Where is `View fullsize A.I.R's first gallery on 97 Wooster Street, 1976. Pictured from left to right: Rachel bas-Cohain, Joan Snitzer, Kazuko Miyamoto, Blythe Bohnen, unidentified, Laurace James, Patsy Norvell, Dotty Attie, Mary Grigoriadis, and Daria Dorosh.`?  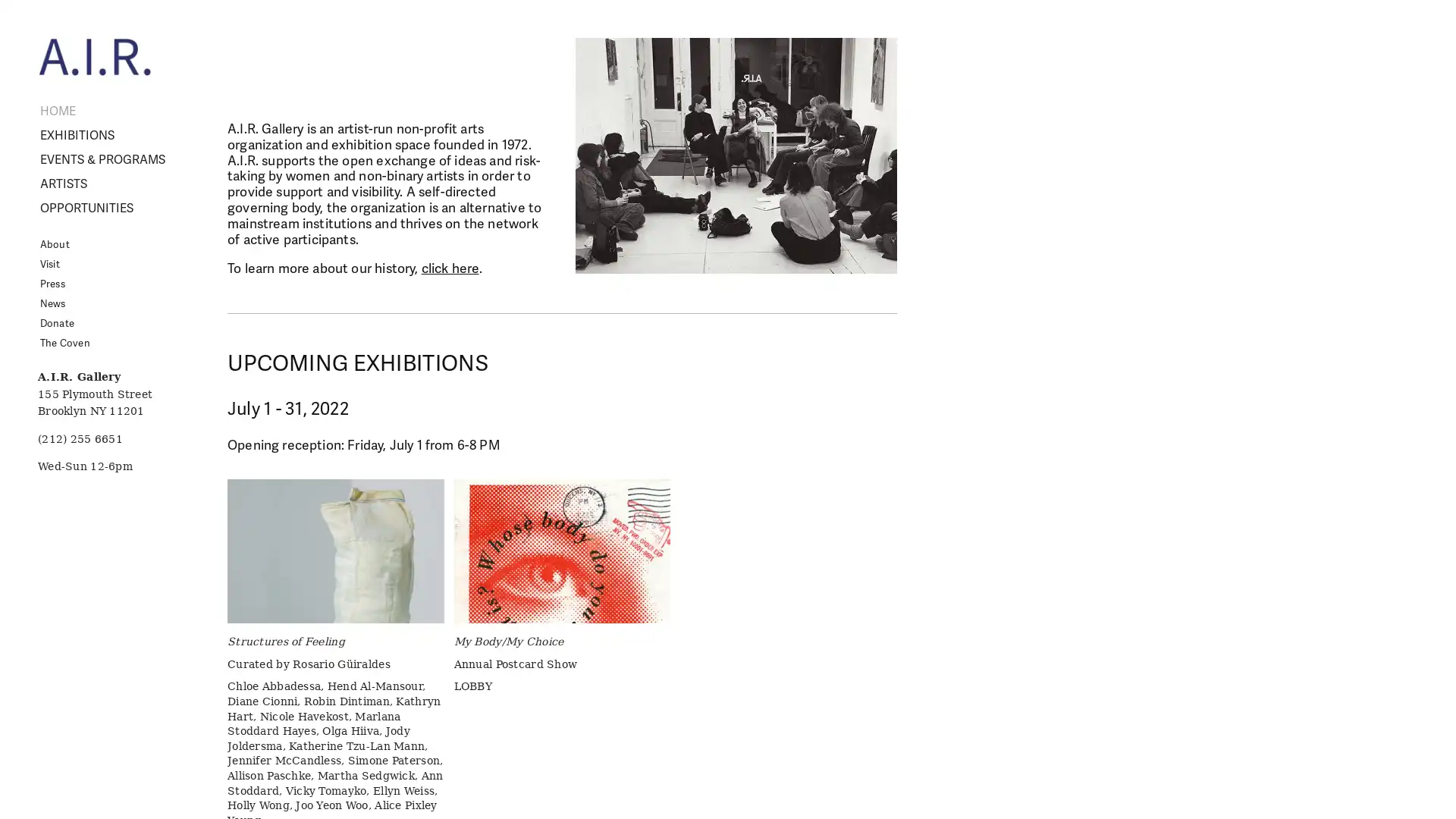 View fullsize A.I.R's first gallery on 97 Wooster Street, 1976. Pictured from left to right: Rachel bas-Cohain, Joan Snitzer, Kazuko Miyamoto, Blythe Bohnen, unidentified, Laurace James, Patsy Norvell, Dotty Attie, Mary Grigoriadis, and Daria Dorosh. is located at coordinates (736, 155).